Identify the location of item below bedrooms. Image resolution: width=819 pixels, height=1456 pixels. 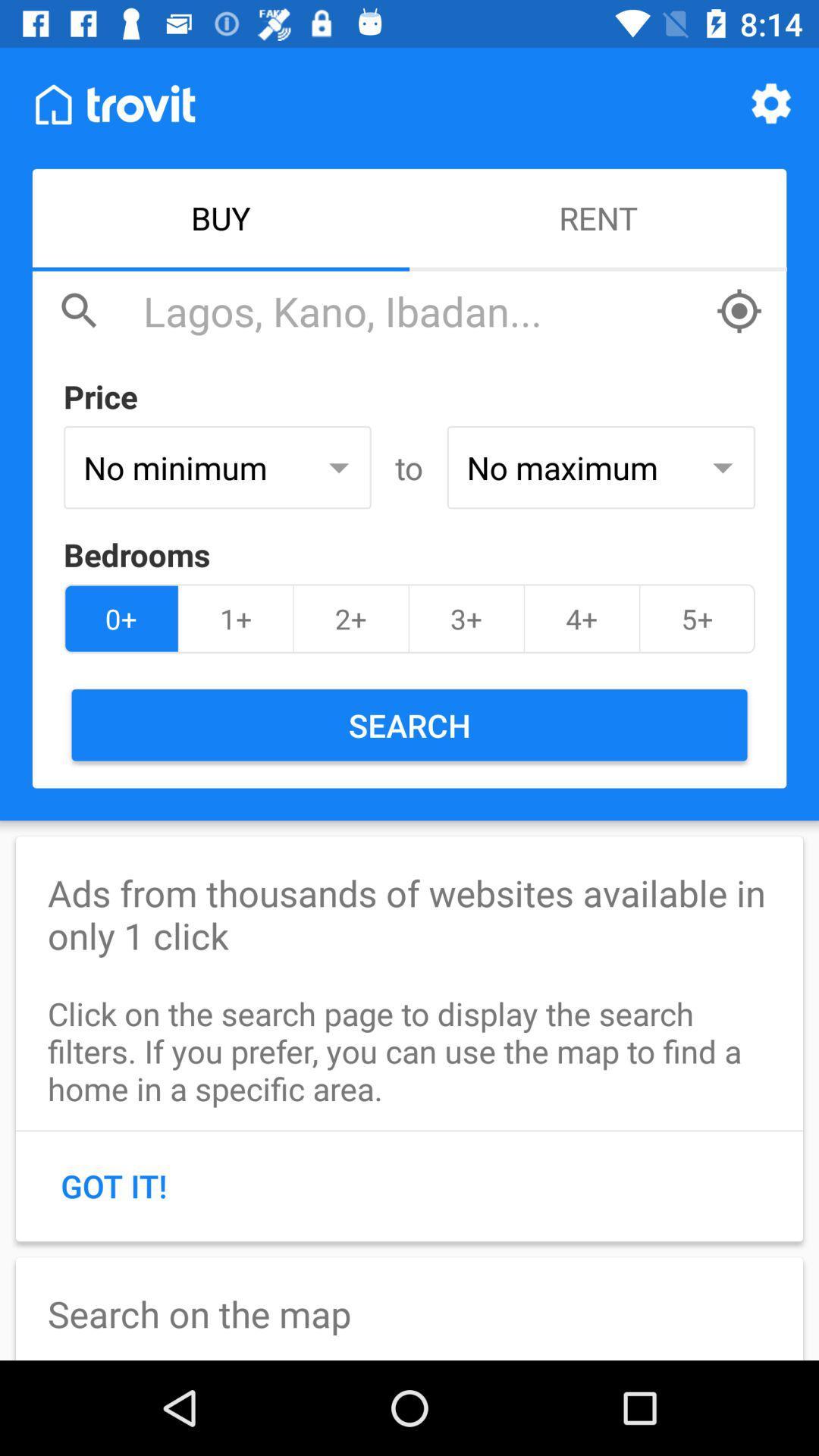
(581, 619).